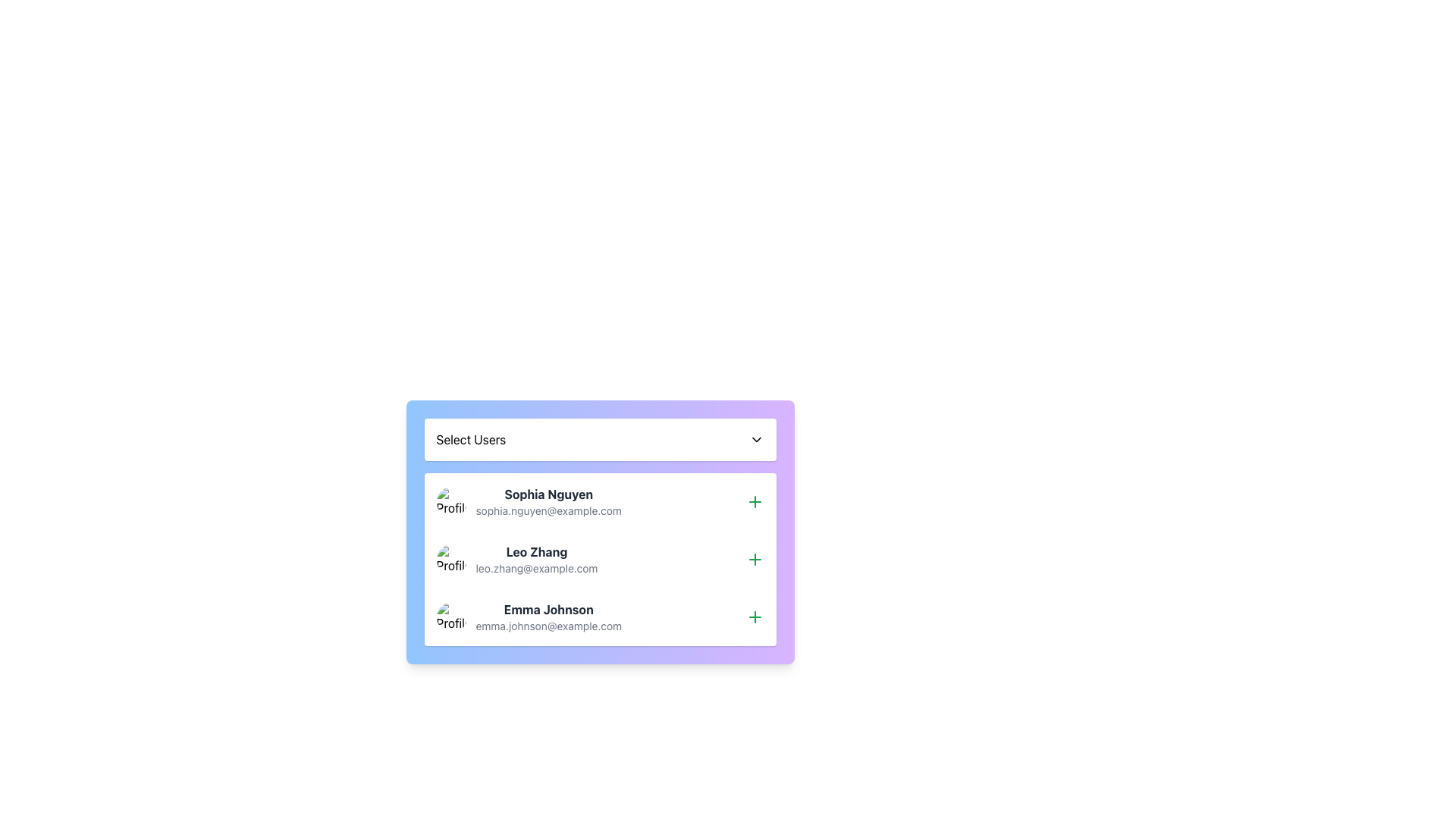 The image size is (1456, 819). I want to click on the User Information Display containing the text 'Emma Johnson' and the email 'emma.johnson@example.com', so click(529, 617).